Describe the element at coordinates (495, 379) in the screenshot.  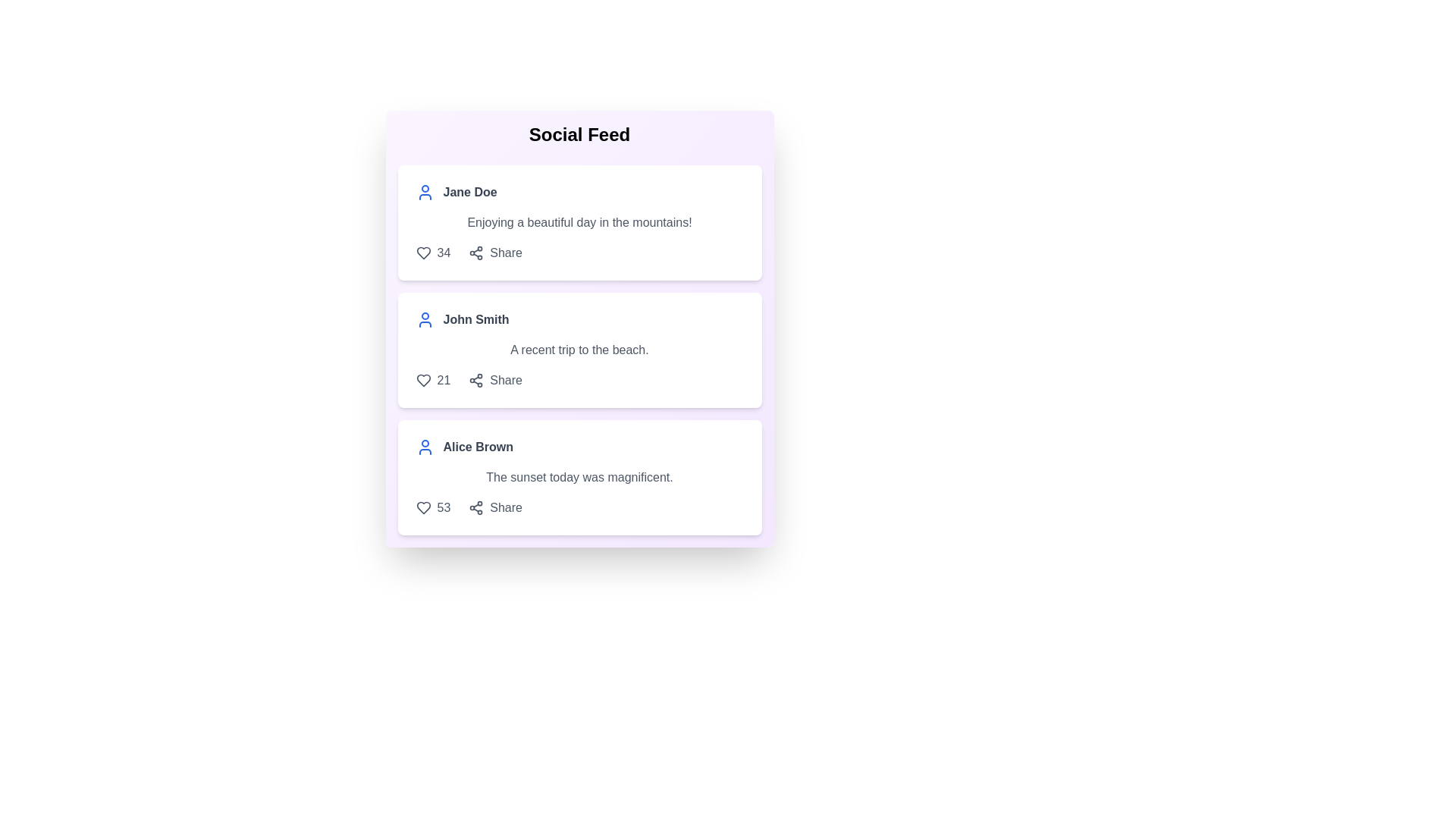
I see `'Share' button for the post authored by John Smith` at that location.